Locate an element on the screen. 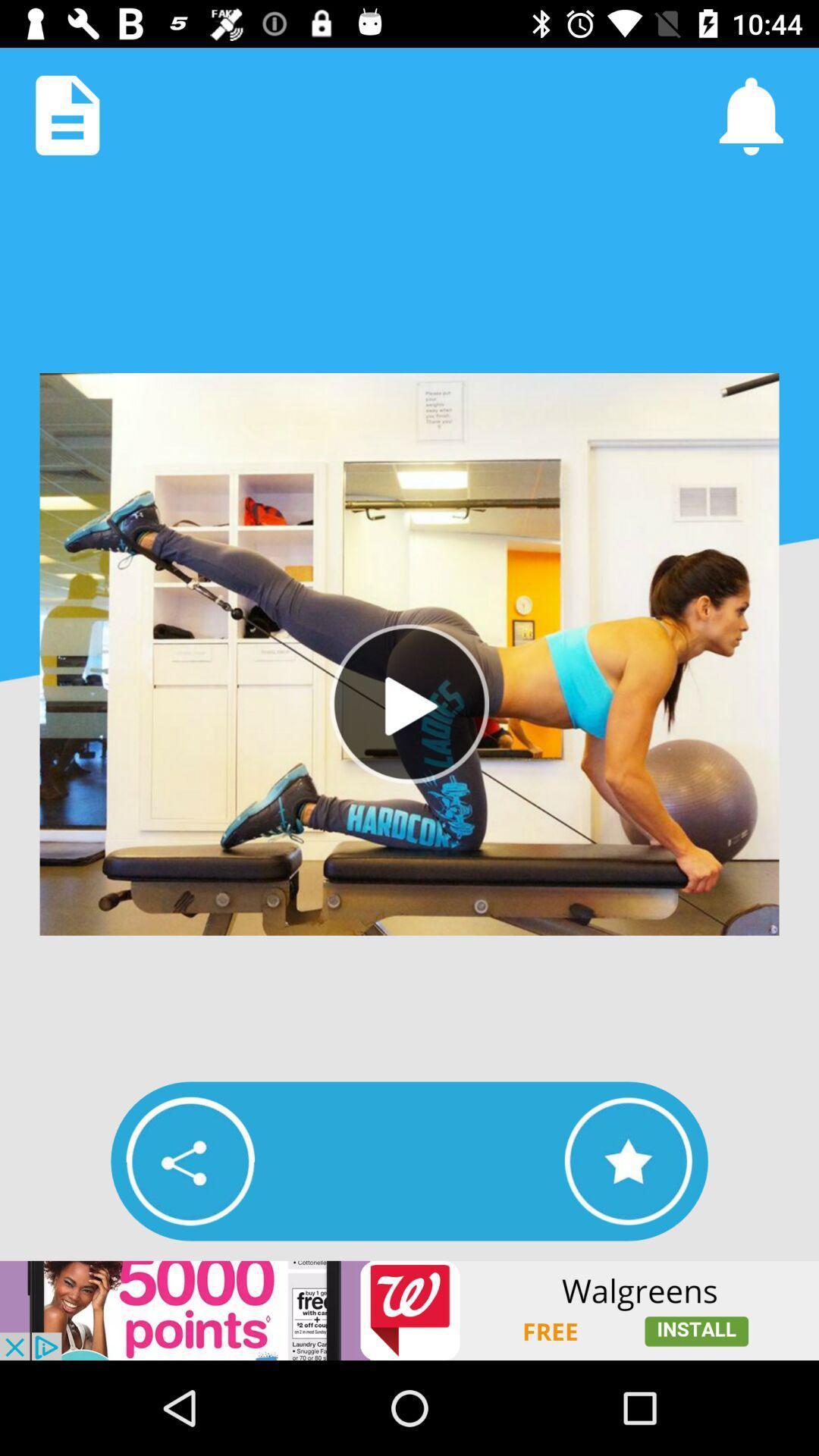 The height and width of the screenshot is (1456, 819). redirects you to offer page is located at coordinates (409, 1310).